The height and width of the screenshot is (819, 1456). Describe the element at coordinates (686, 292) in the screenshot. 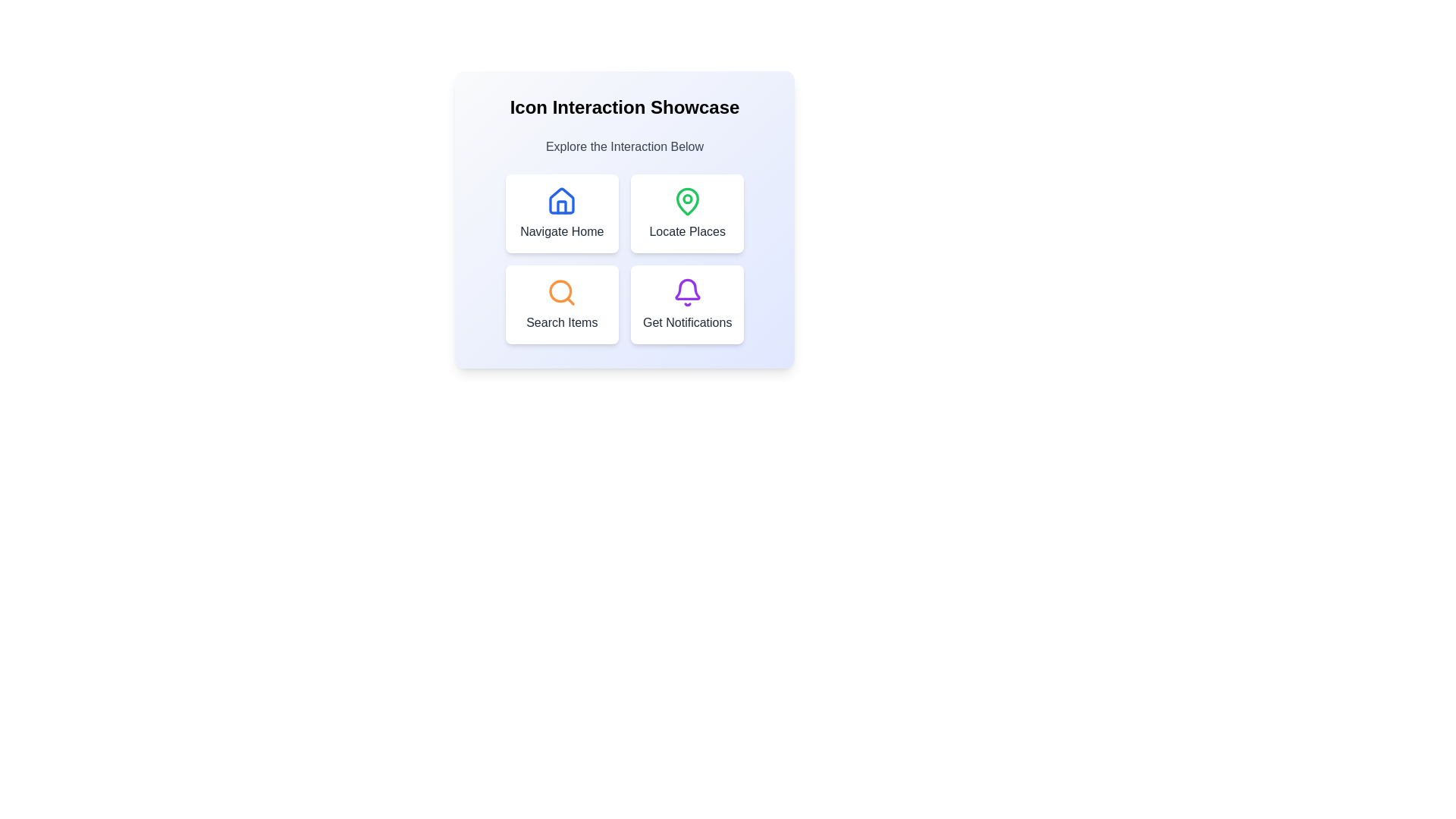

I see `the bell icon located within the 'Get Notifications' button at the bottom-right corner of the button grid` at that location.